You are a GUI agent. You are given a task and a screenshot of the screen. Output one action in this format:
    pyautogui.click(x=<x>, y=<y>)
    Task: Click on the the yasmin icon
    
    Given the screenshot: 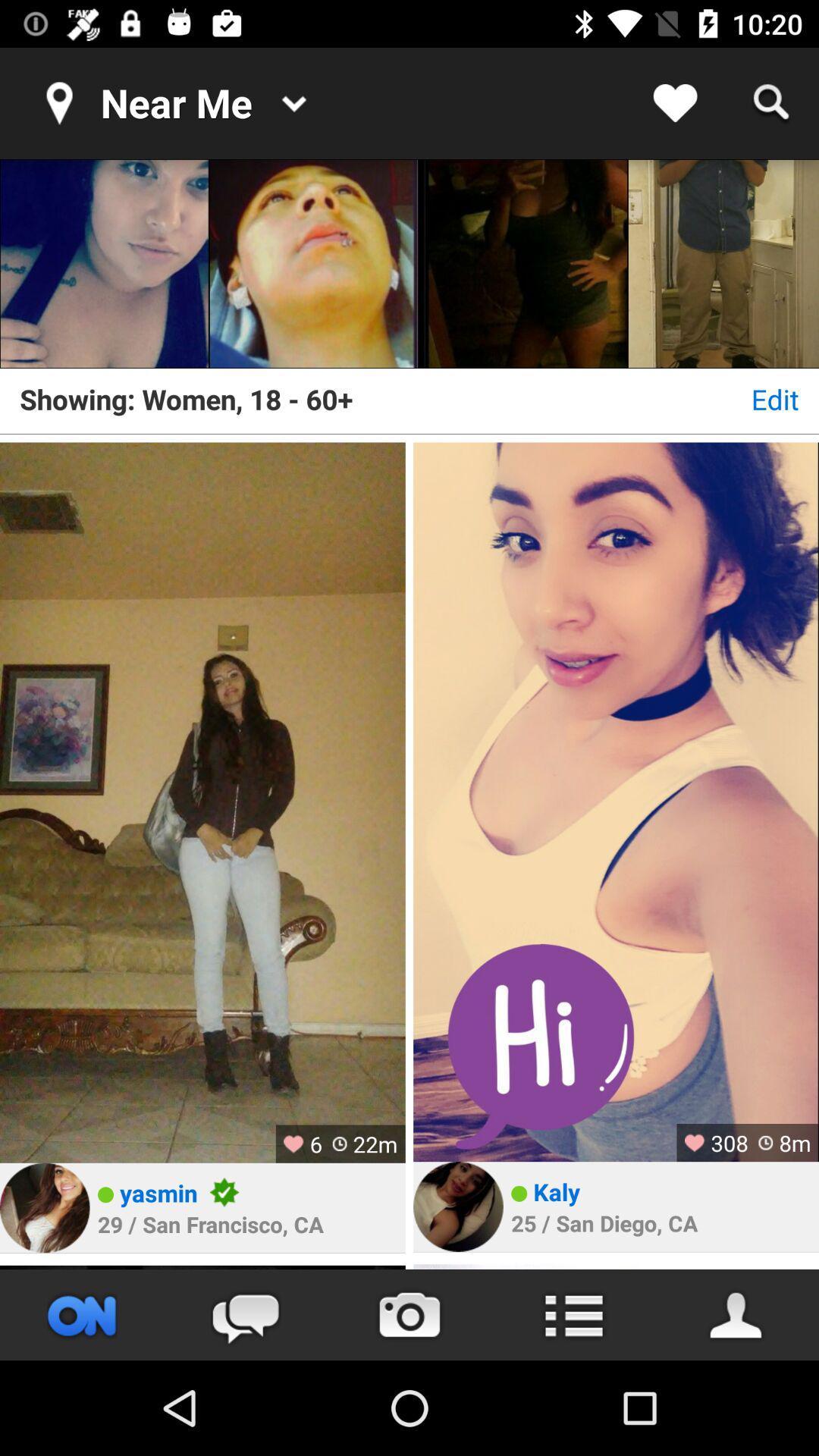 What is the action you would take?
    pyautogui.click(x=158, y=1192)
    